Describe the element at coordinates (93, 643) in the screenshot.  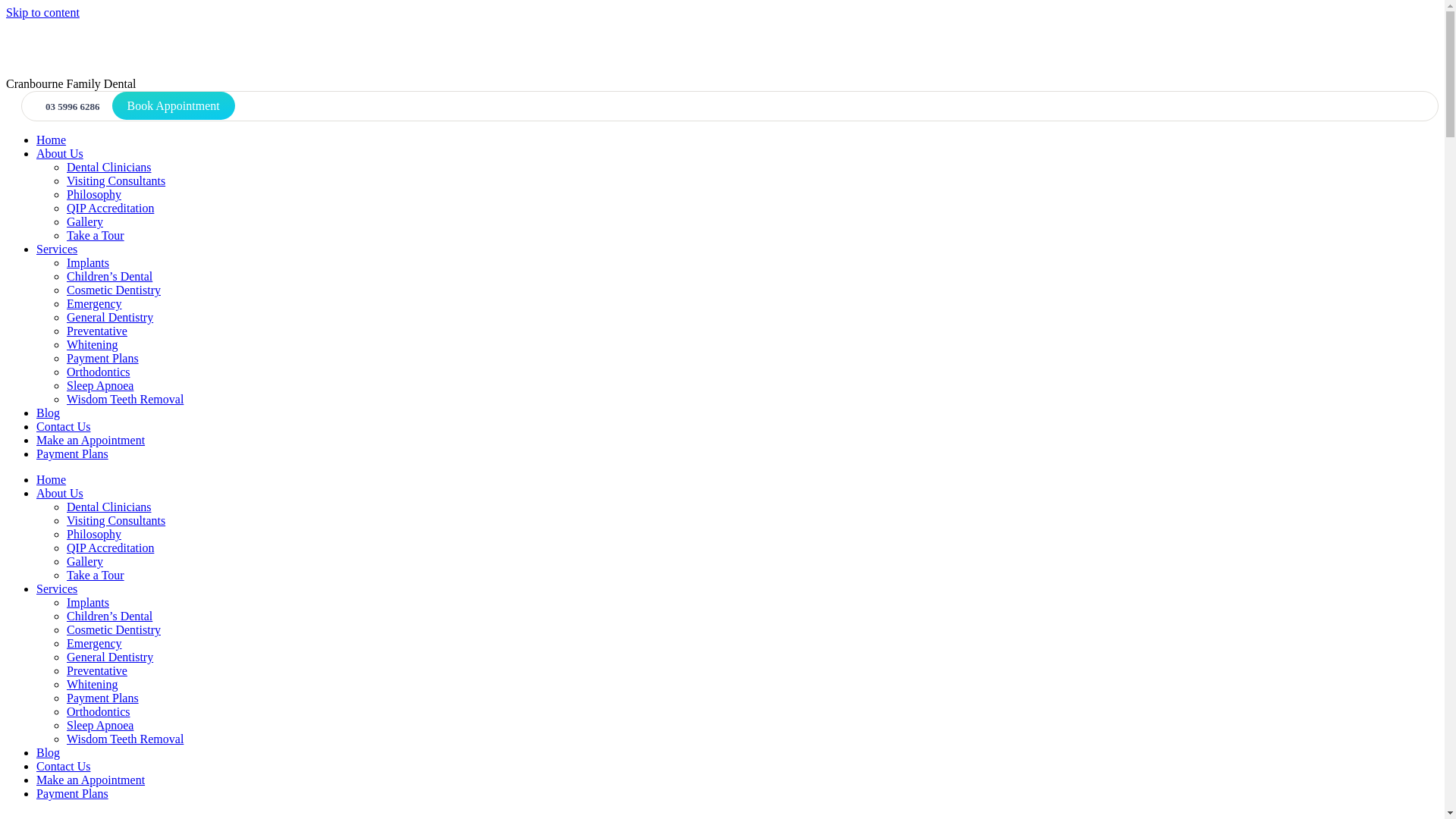
I see `'Emergency'` at that location.